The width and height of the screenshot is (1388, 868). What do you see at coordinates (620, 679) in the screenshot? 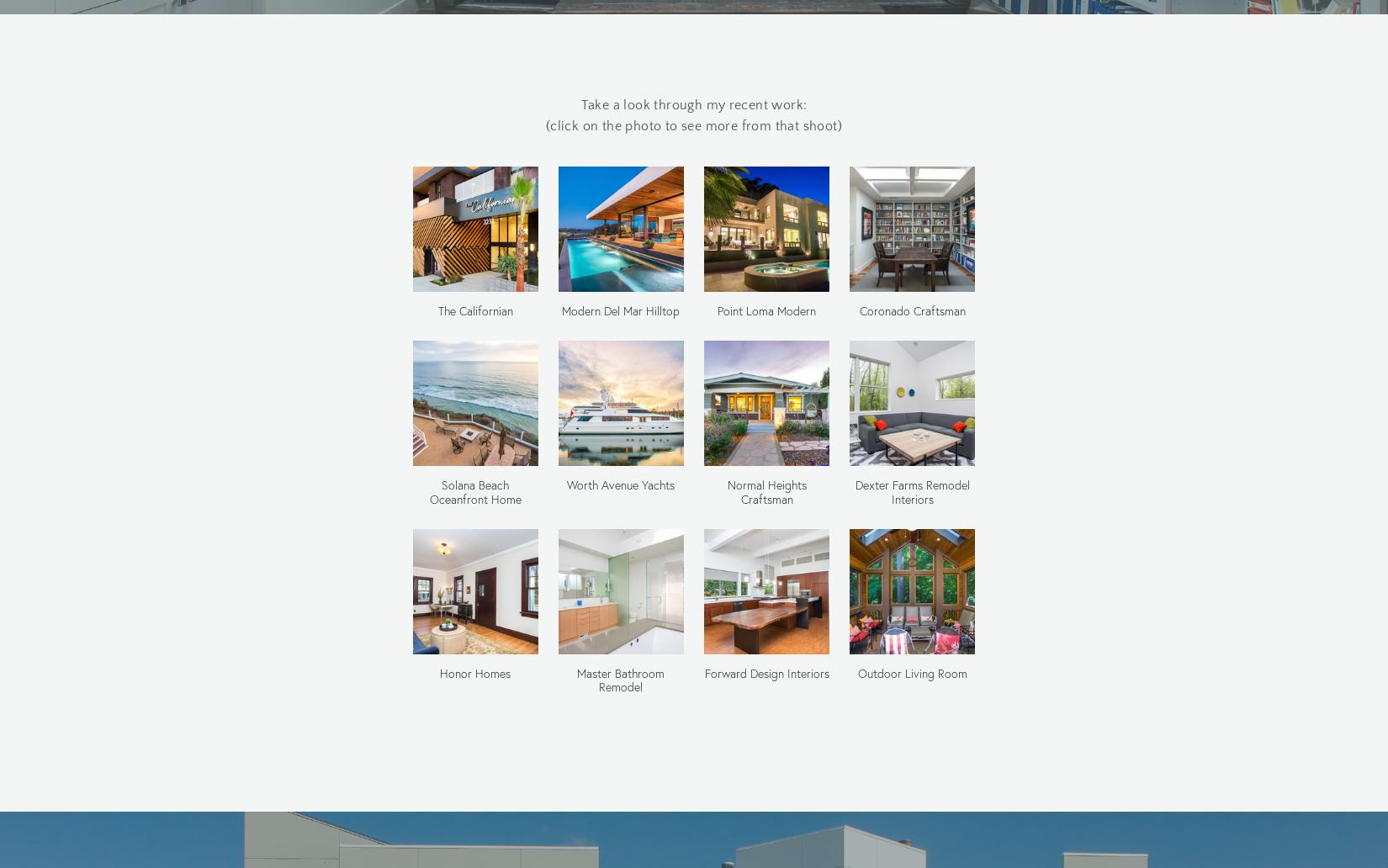
I see `'Master Bathroom Remodel'` at bounding box center [620, 679].